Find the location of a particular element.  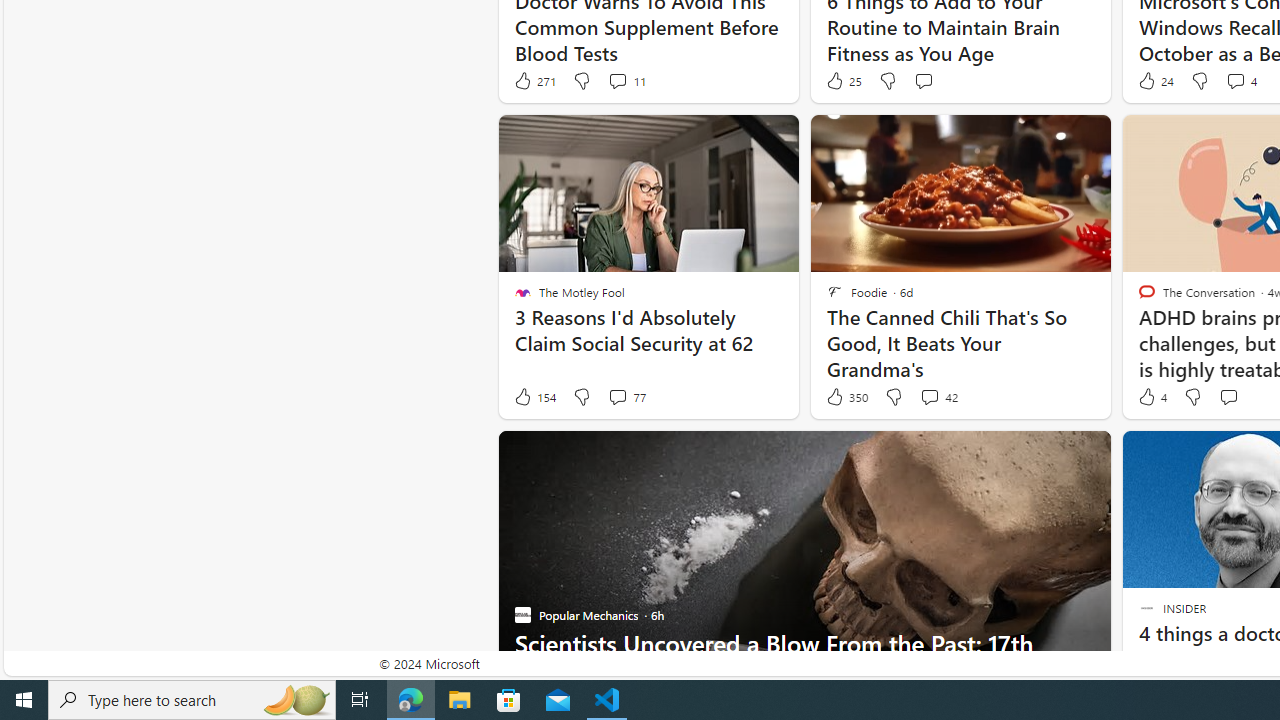

'View comments 42 Comment' is located at coordinates (928, 397).